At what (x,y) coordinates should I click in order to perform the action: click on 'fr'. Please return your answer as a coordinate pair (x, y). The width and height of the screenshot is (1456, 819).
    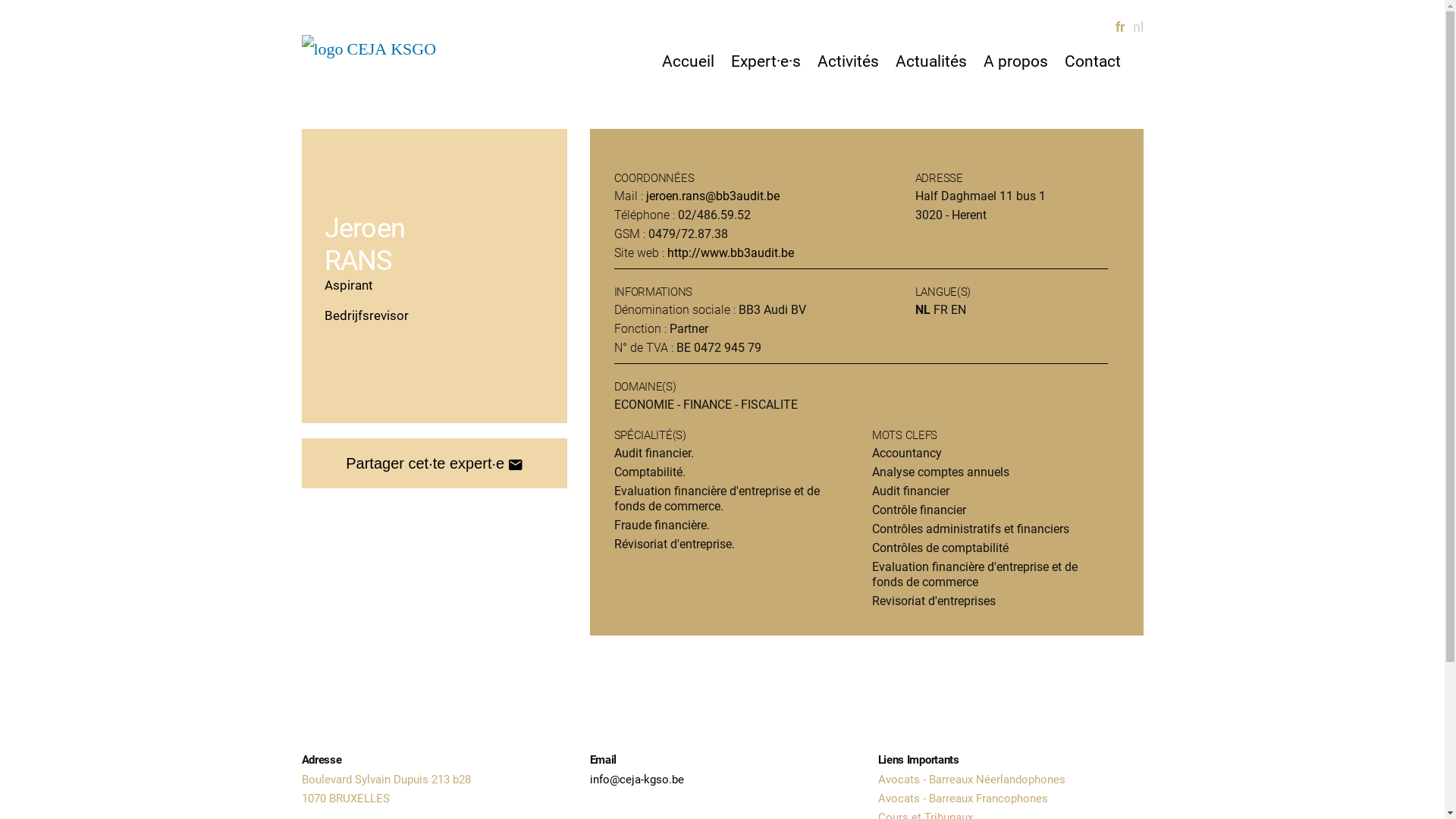
    Looking at the image, I should click on (1114, 27).